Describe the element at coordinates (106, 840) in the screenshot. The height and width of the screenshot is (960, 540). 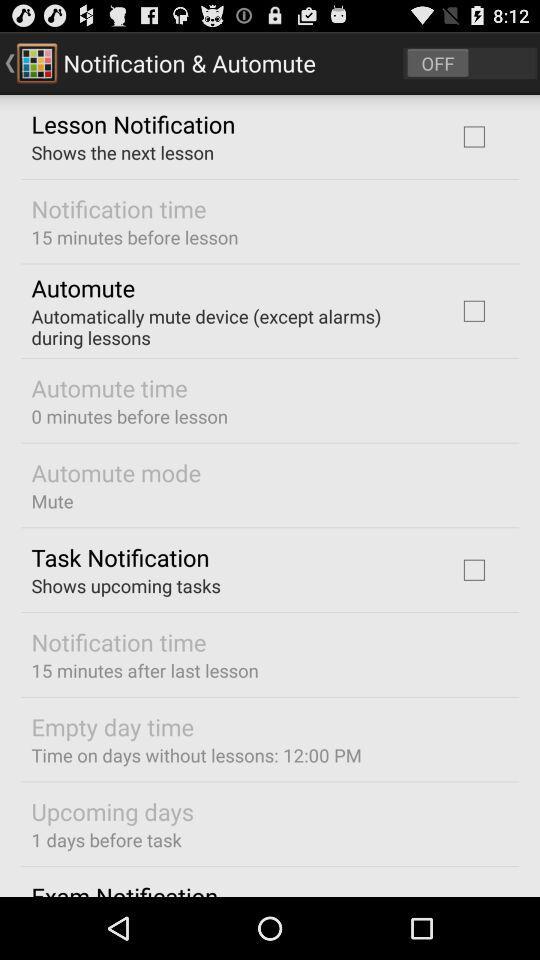
I see `the 1 days before icon` at that location.